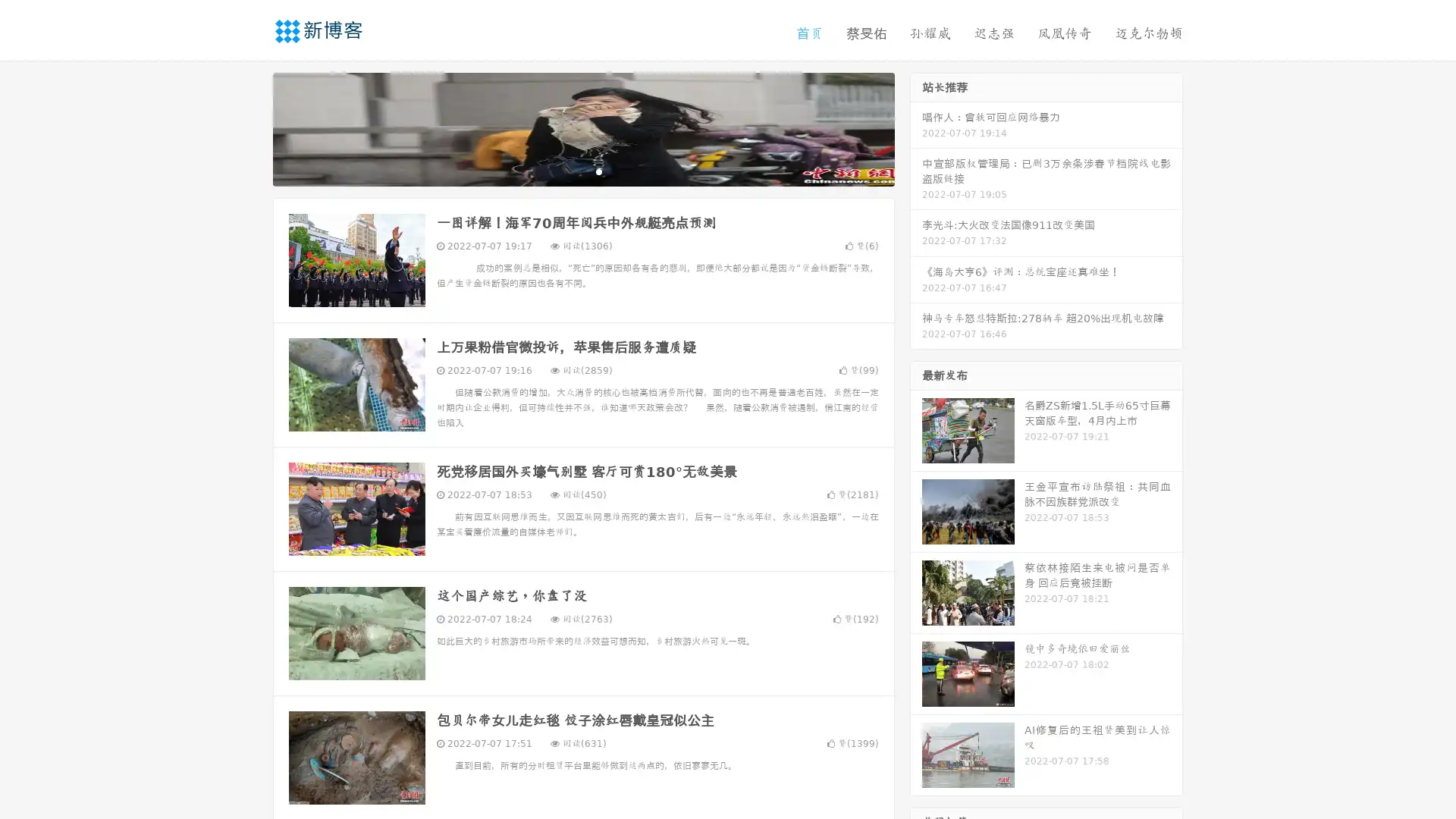 Image resolution: width=1456 pixels, height=819 pixels. What do you see at coordinates (916, 127) in the screenshot?
I see `Next slide` at bounding box center [916, 127].